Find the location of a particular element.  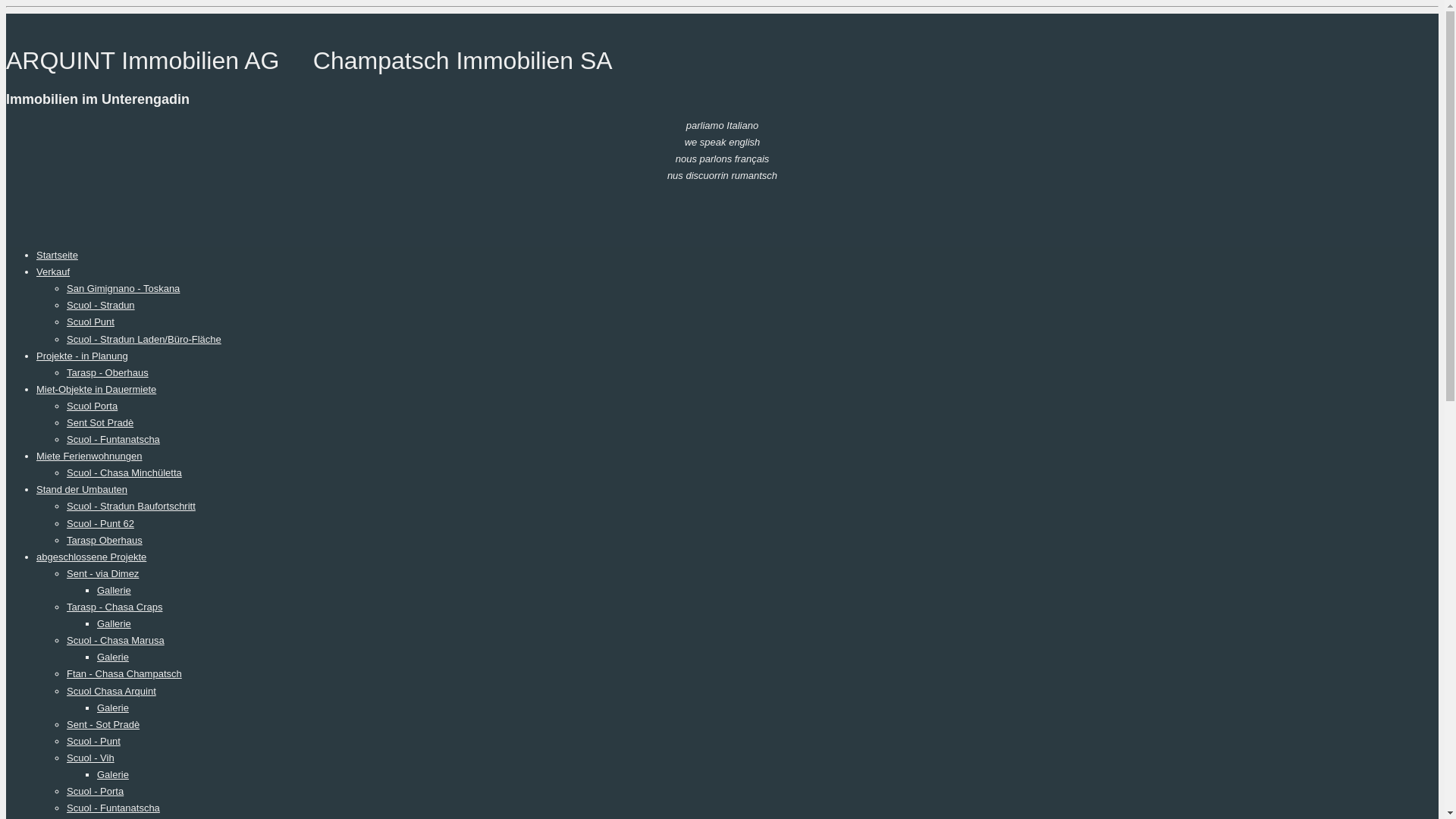

'Startseite' is located at coordinates (57, 254).